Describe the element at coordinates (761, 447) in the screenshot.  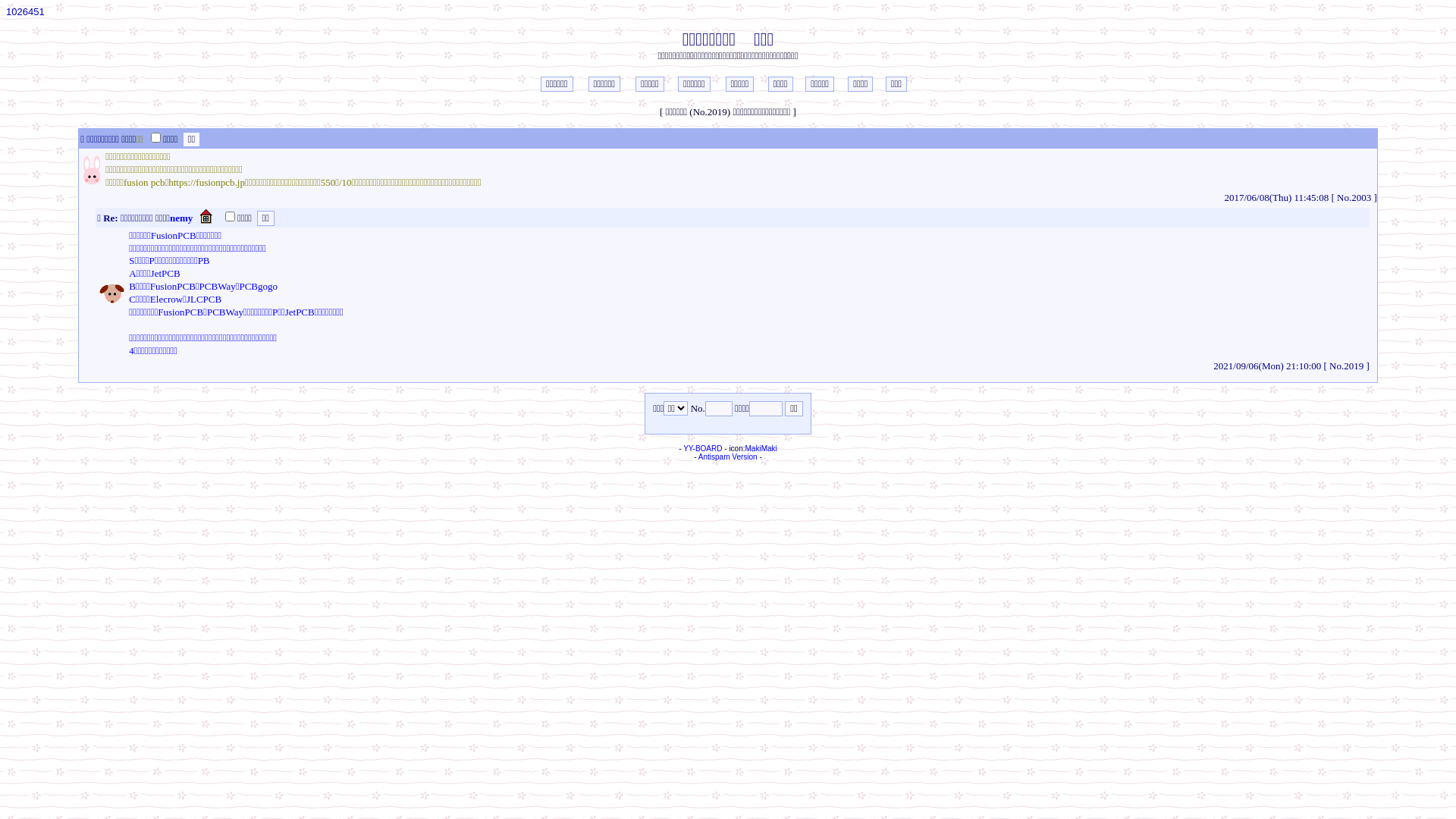
I see `'MakiMaki'` at that location.